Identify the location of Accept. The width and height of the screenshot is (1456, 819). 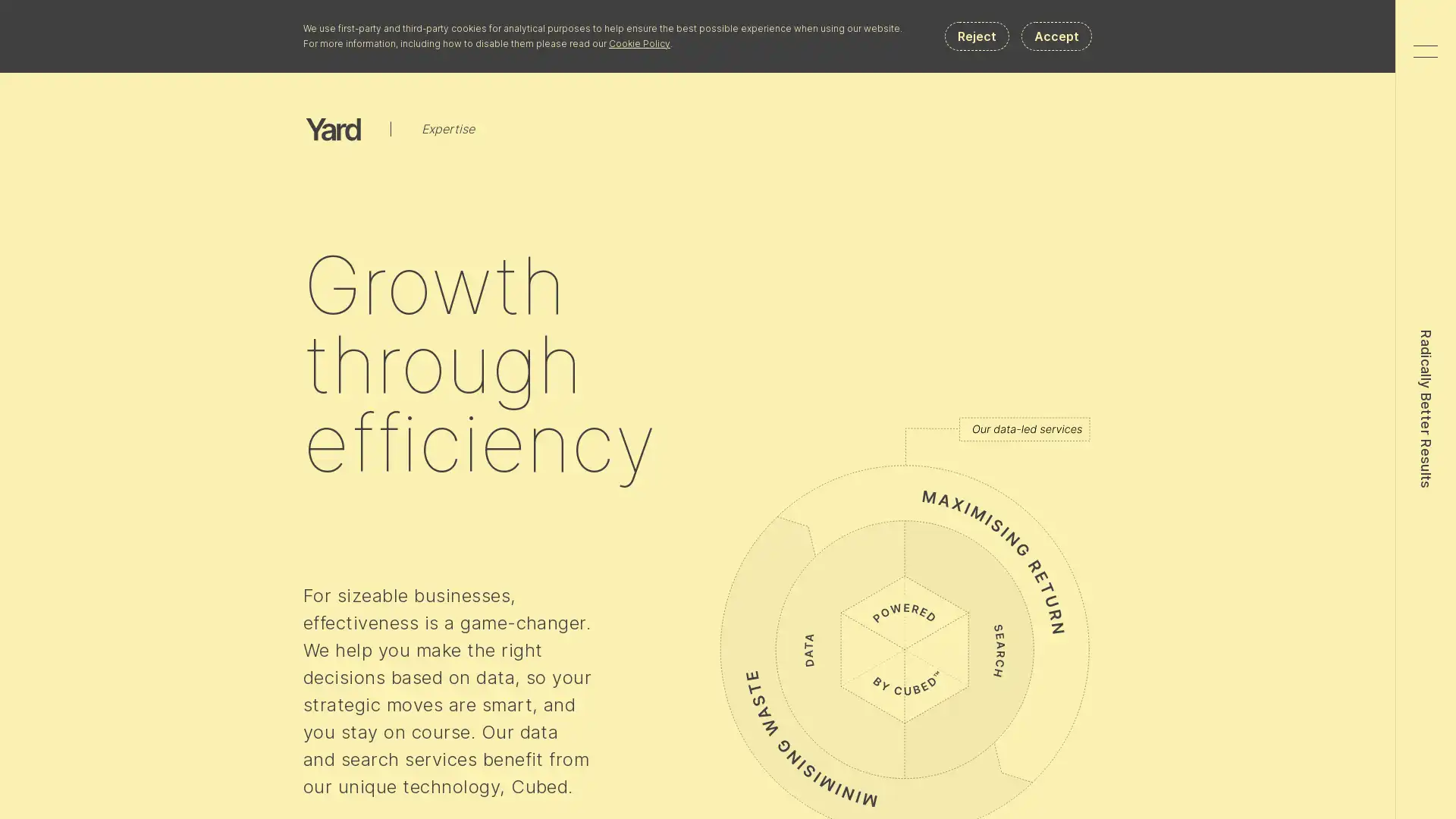
(1056, 35).